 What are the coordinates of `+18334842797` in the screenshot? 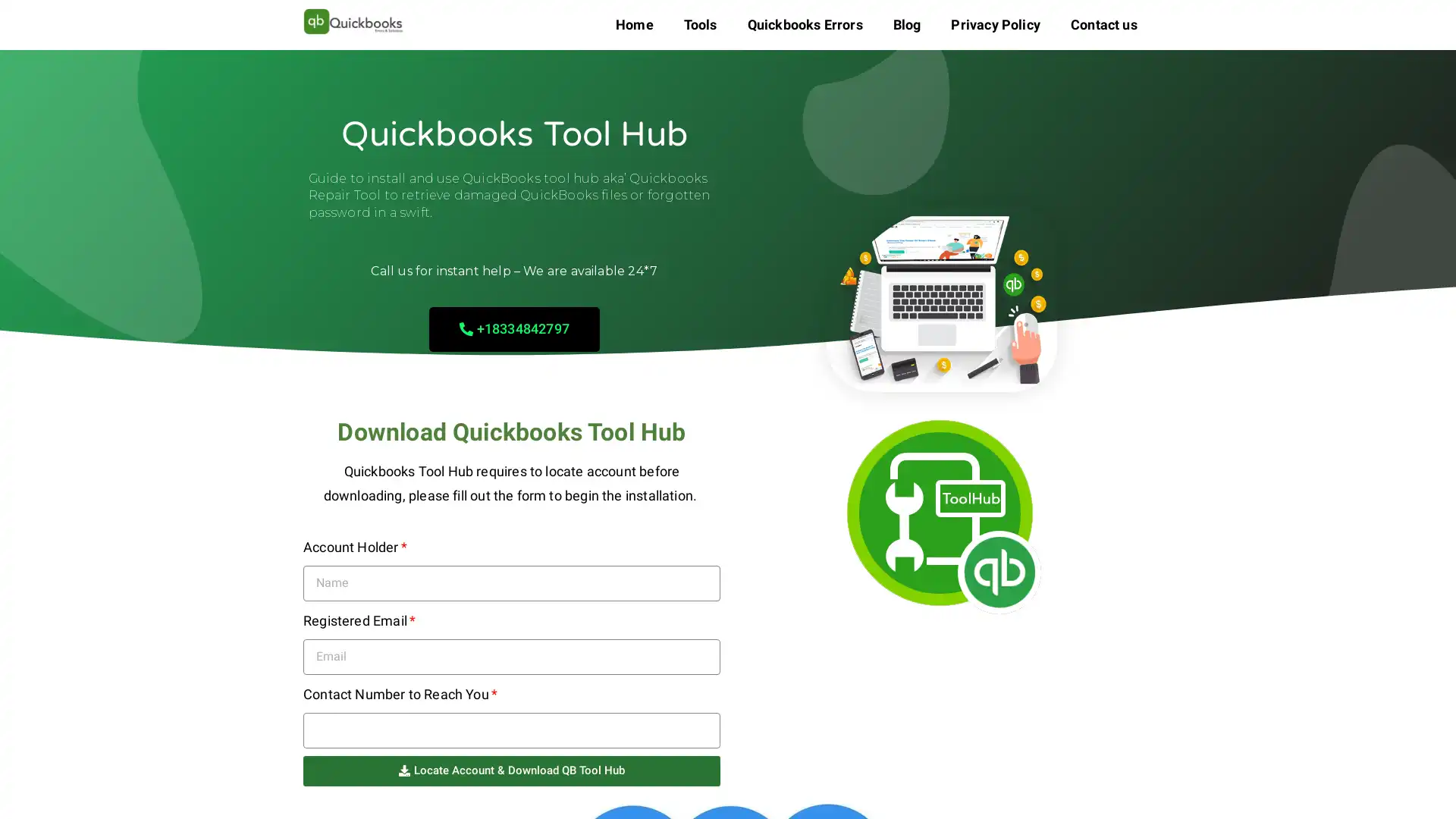 It's located at (513, 328).